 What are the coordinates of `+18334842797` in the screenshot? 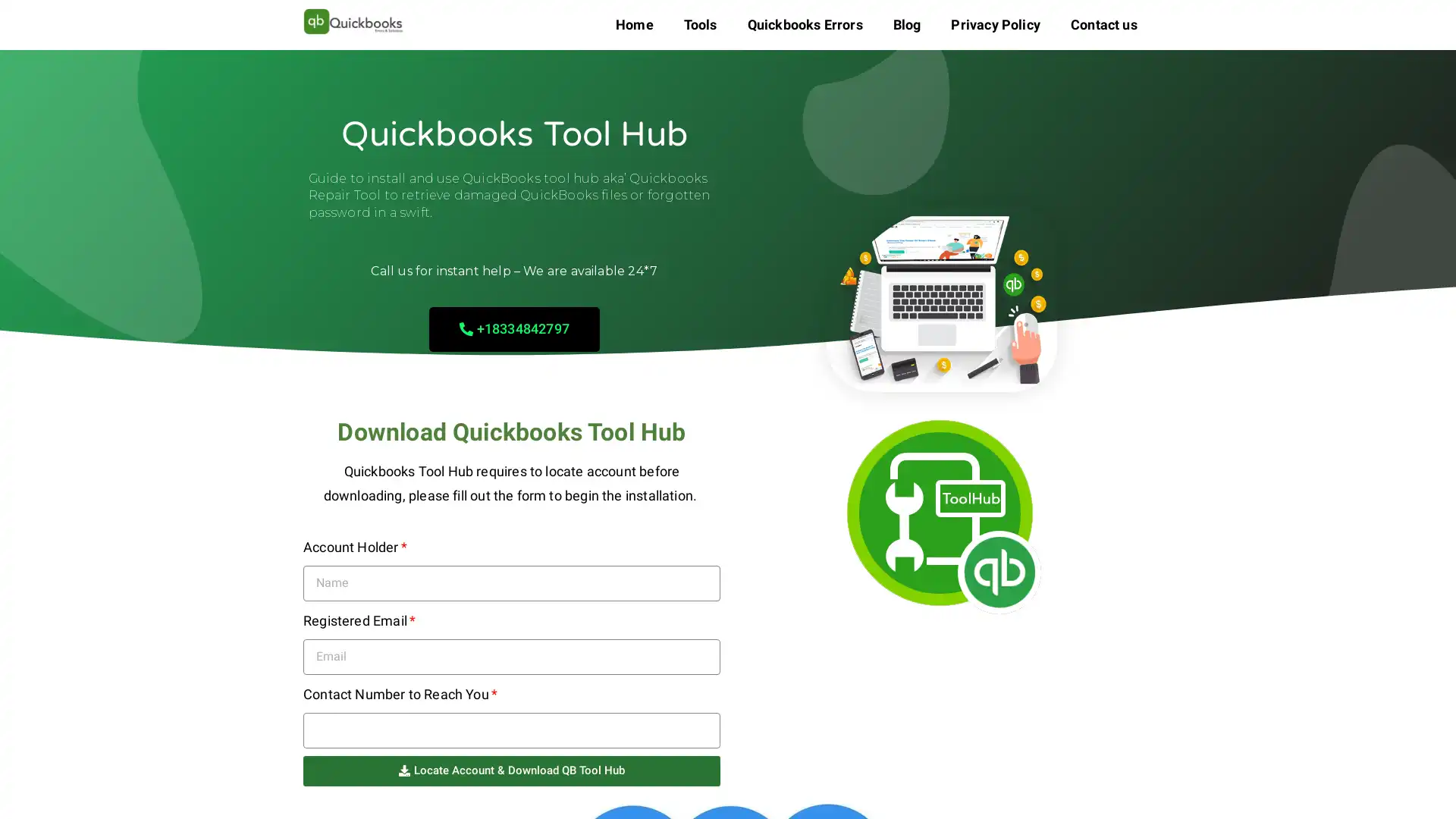 It's located at (513, 328).